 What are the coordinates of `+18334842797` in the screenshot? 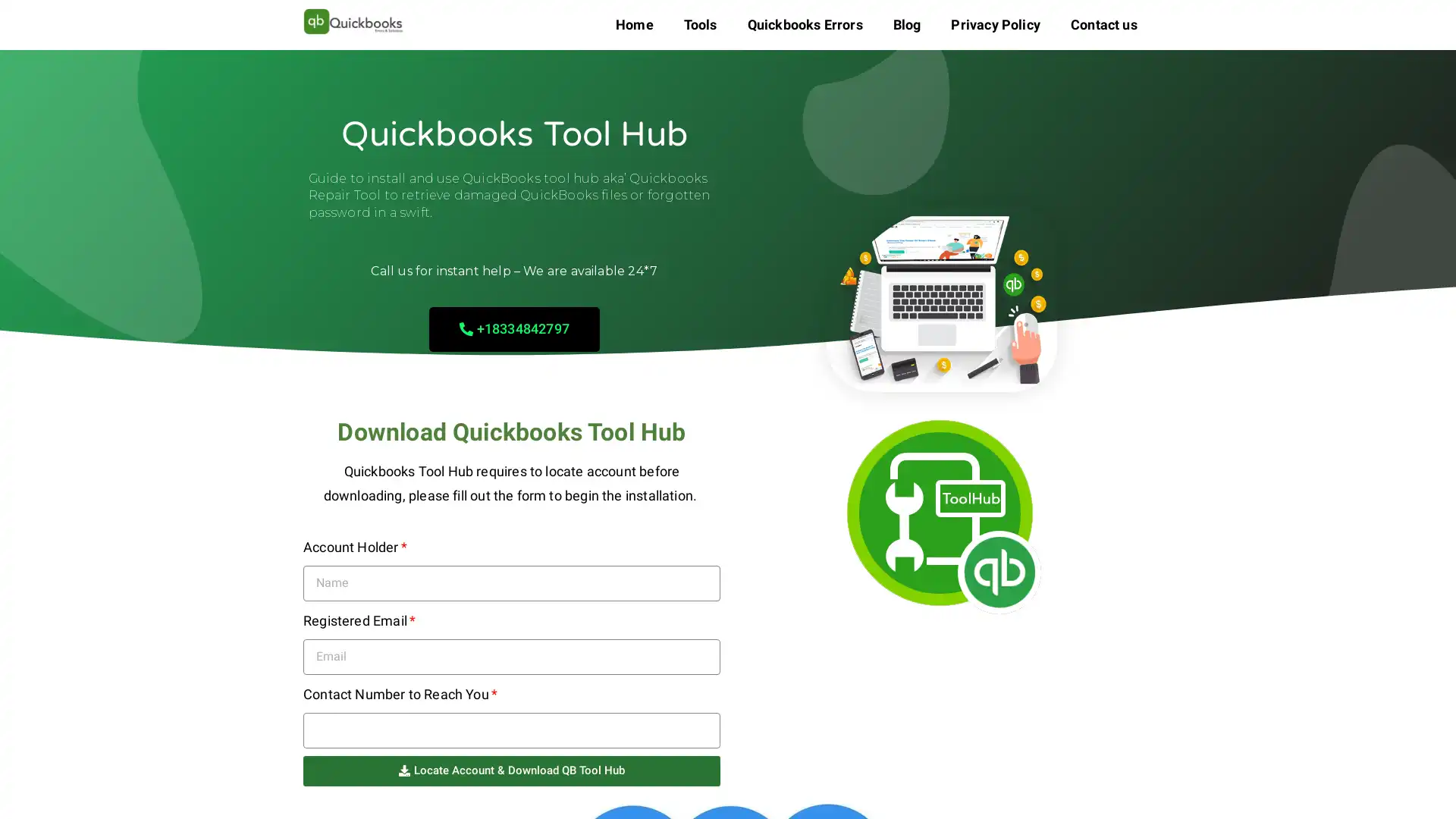 It's located at (513, 328).